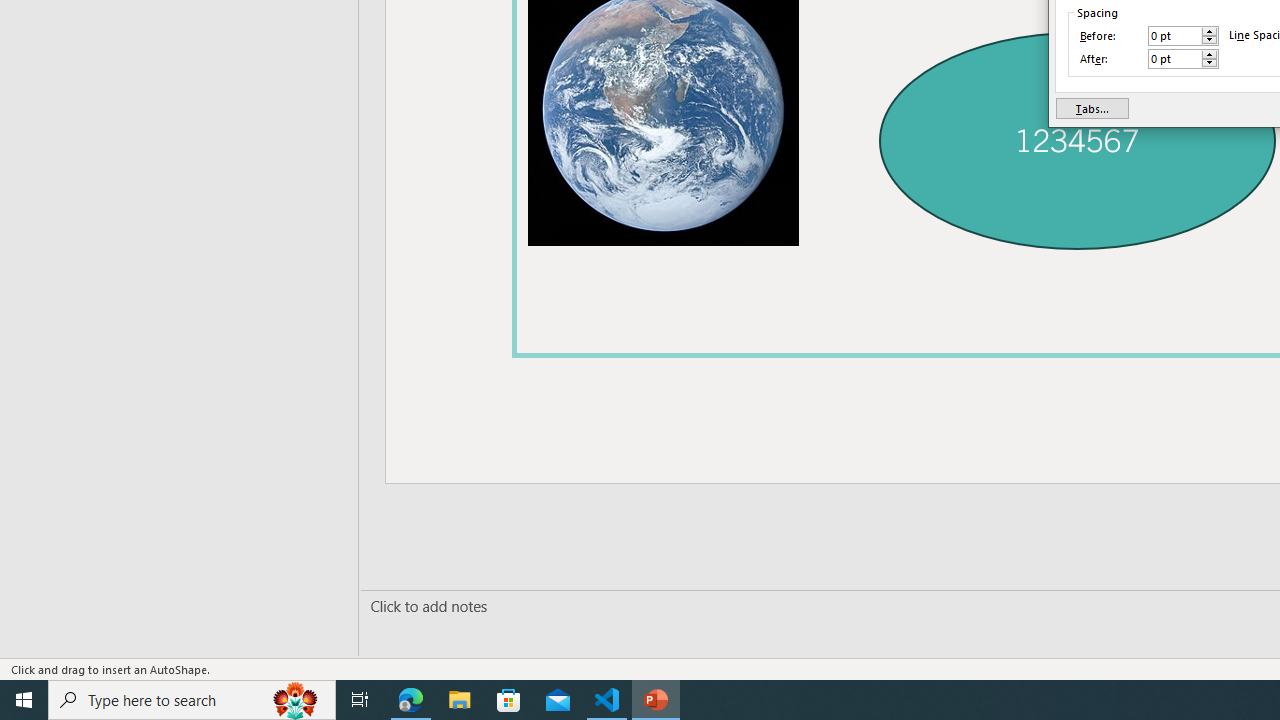 The width and height of the screenshot is (1280, 720). I want to click on 'After', so click(1175, 57).